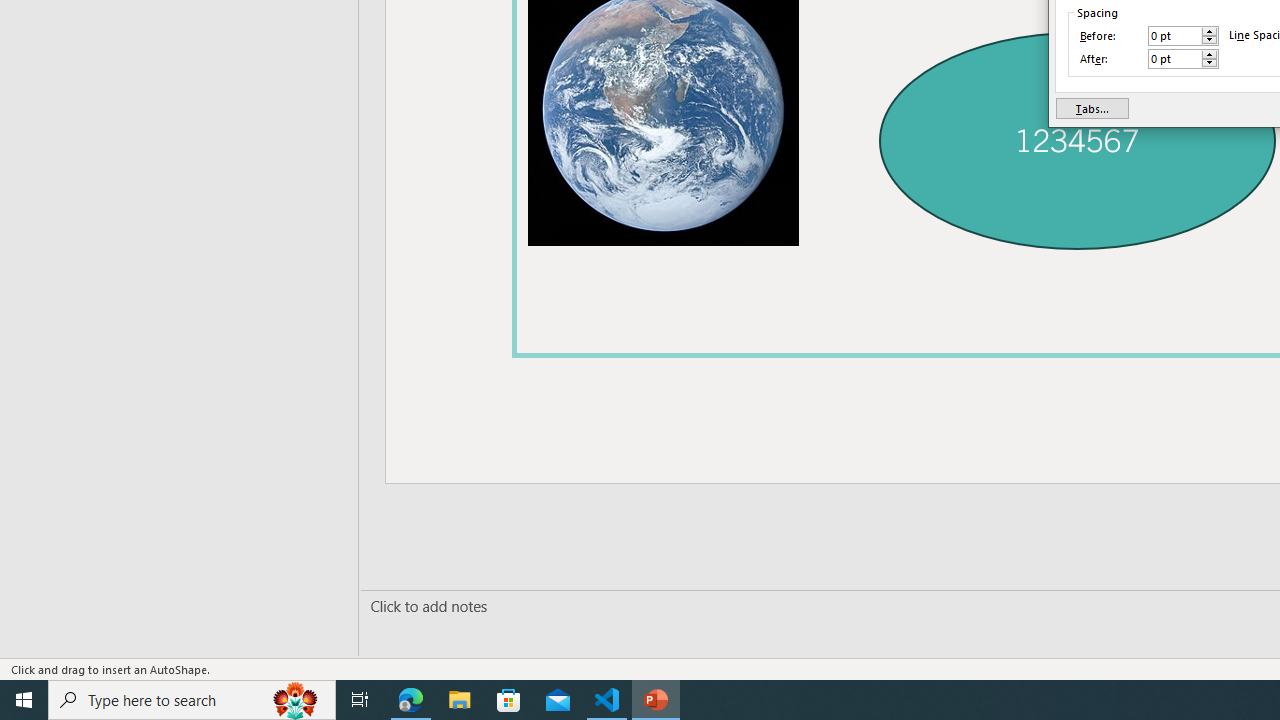 The width and height of the screenshot is (1280, 720). I want to click on 'After', so click(1175, 57).